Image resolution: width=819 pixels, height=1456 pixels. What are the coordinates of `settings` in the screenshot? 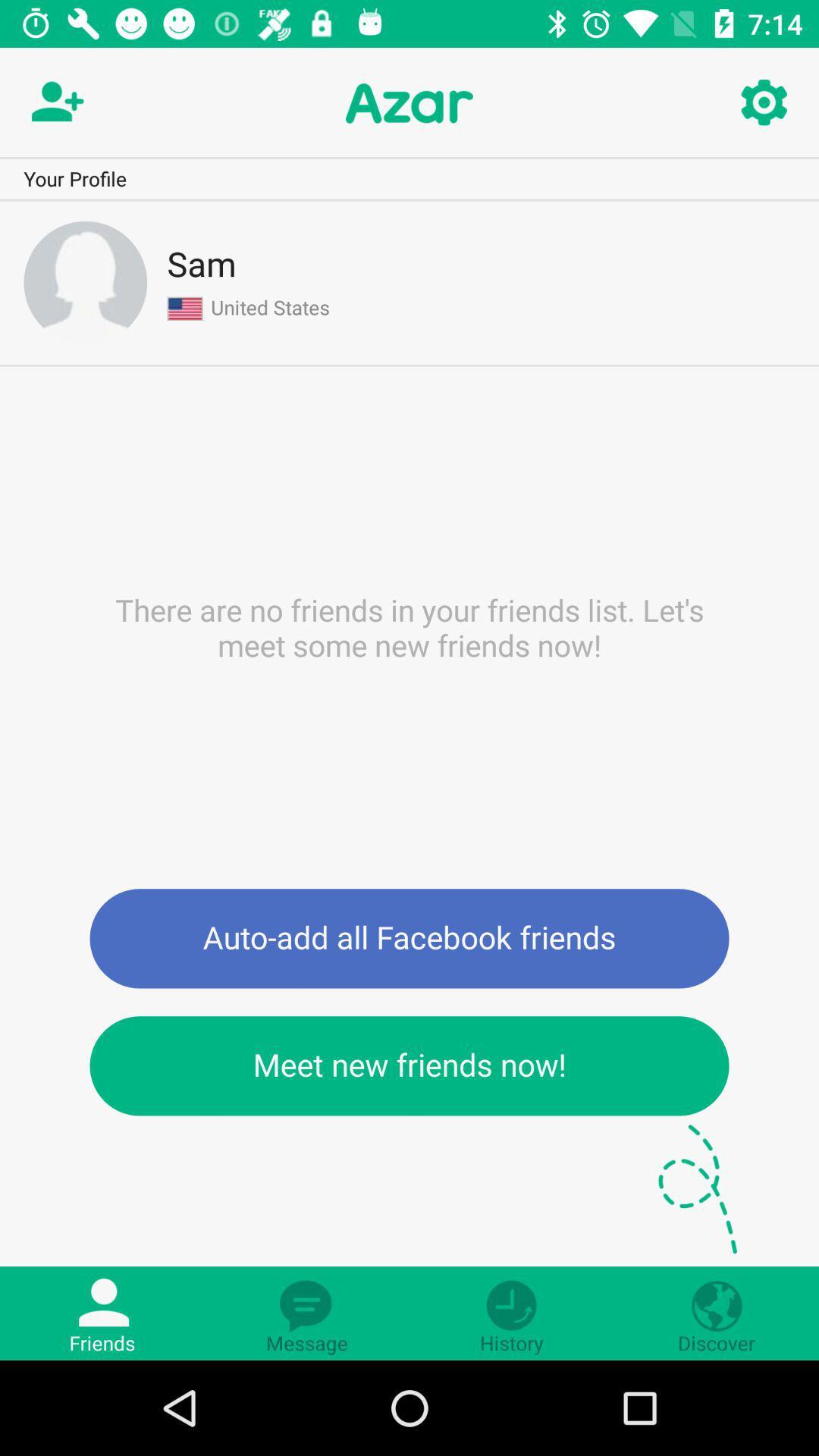 It's located at (763, 102).